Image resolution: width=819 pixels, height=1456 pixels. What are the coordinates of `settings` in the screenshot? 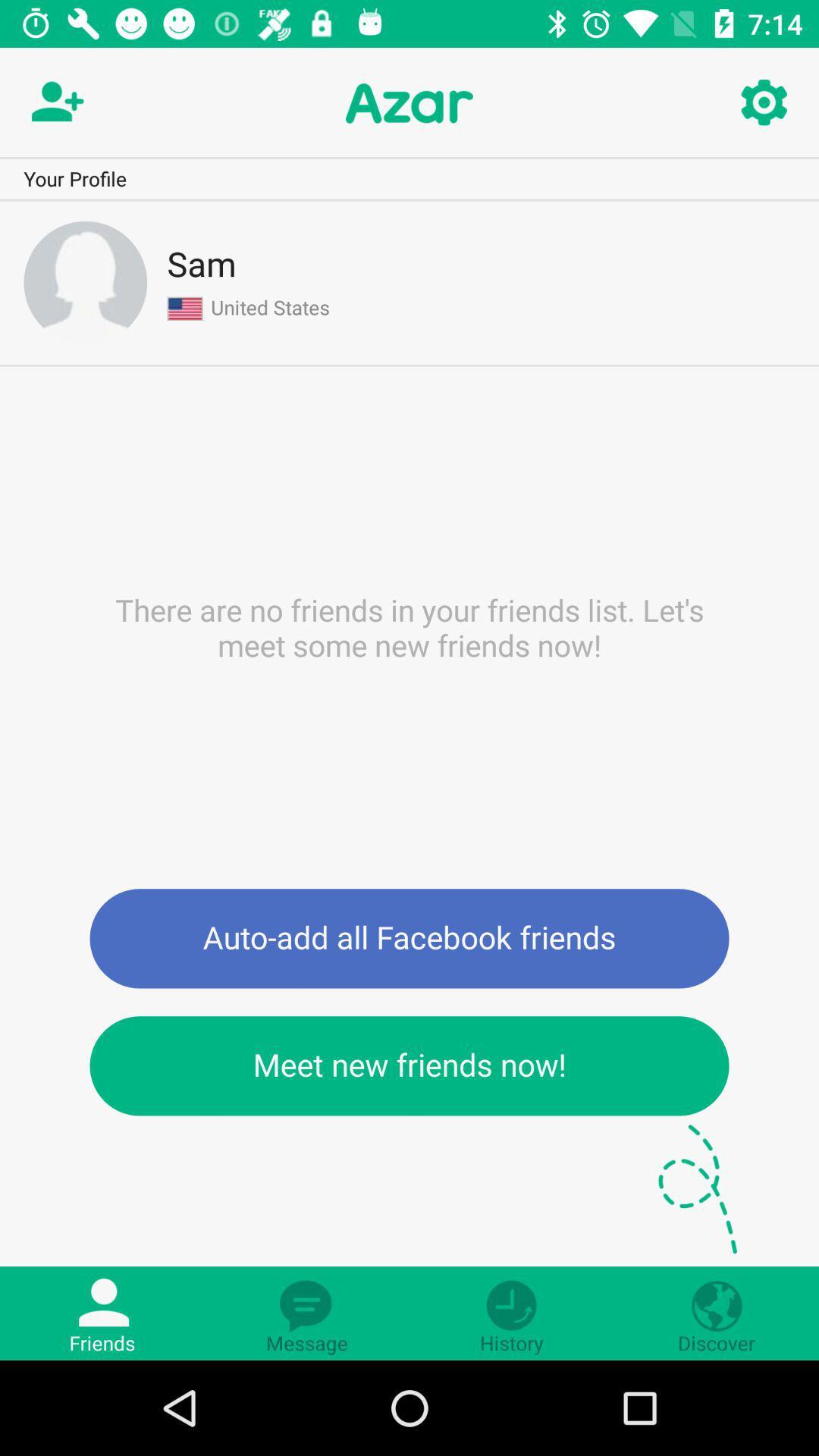 It's located at (763, 102).